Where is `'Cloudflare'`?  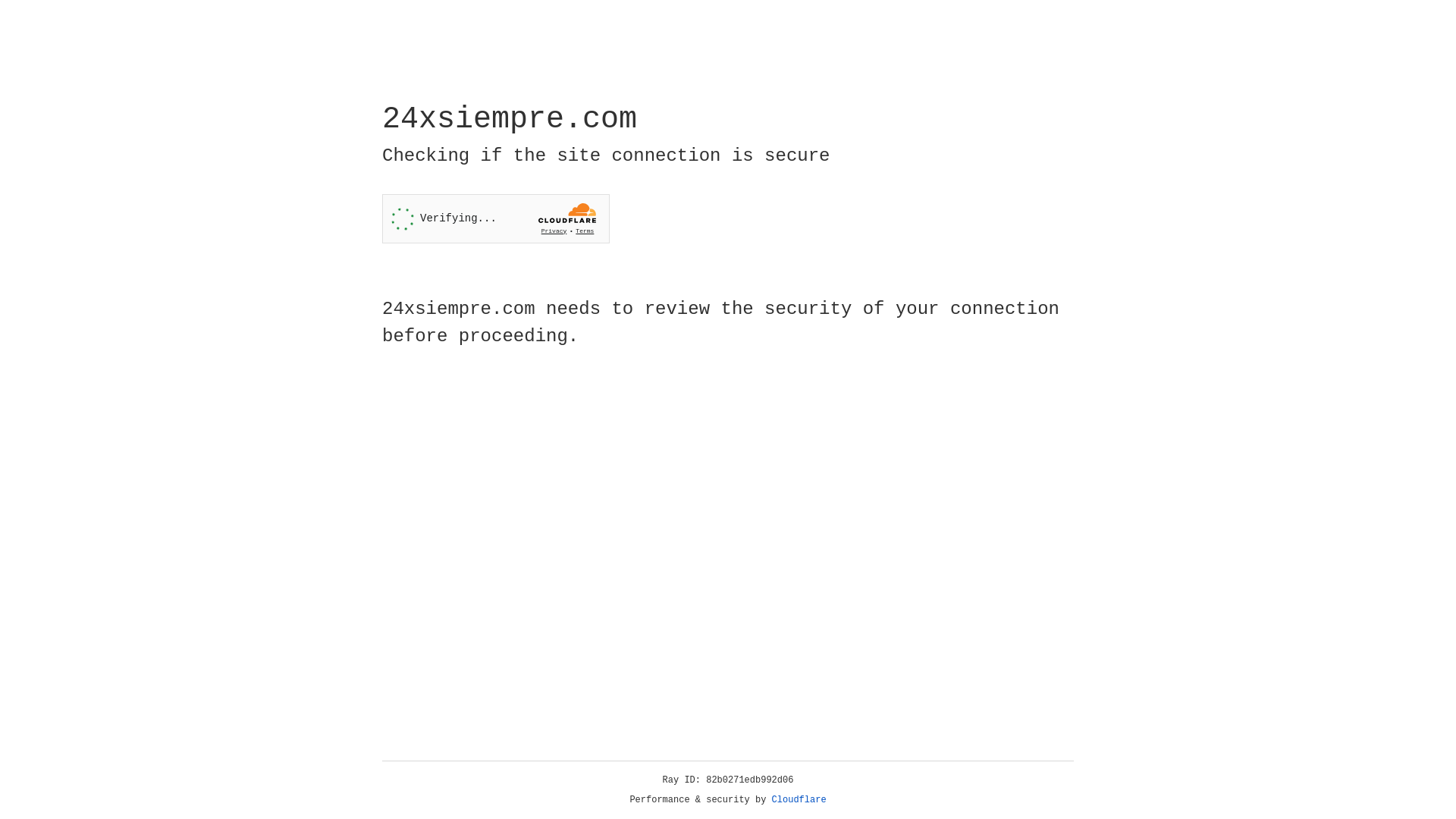 'Cloudflare' is located at coordinates (799, 799).